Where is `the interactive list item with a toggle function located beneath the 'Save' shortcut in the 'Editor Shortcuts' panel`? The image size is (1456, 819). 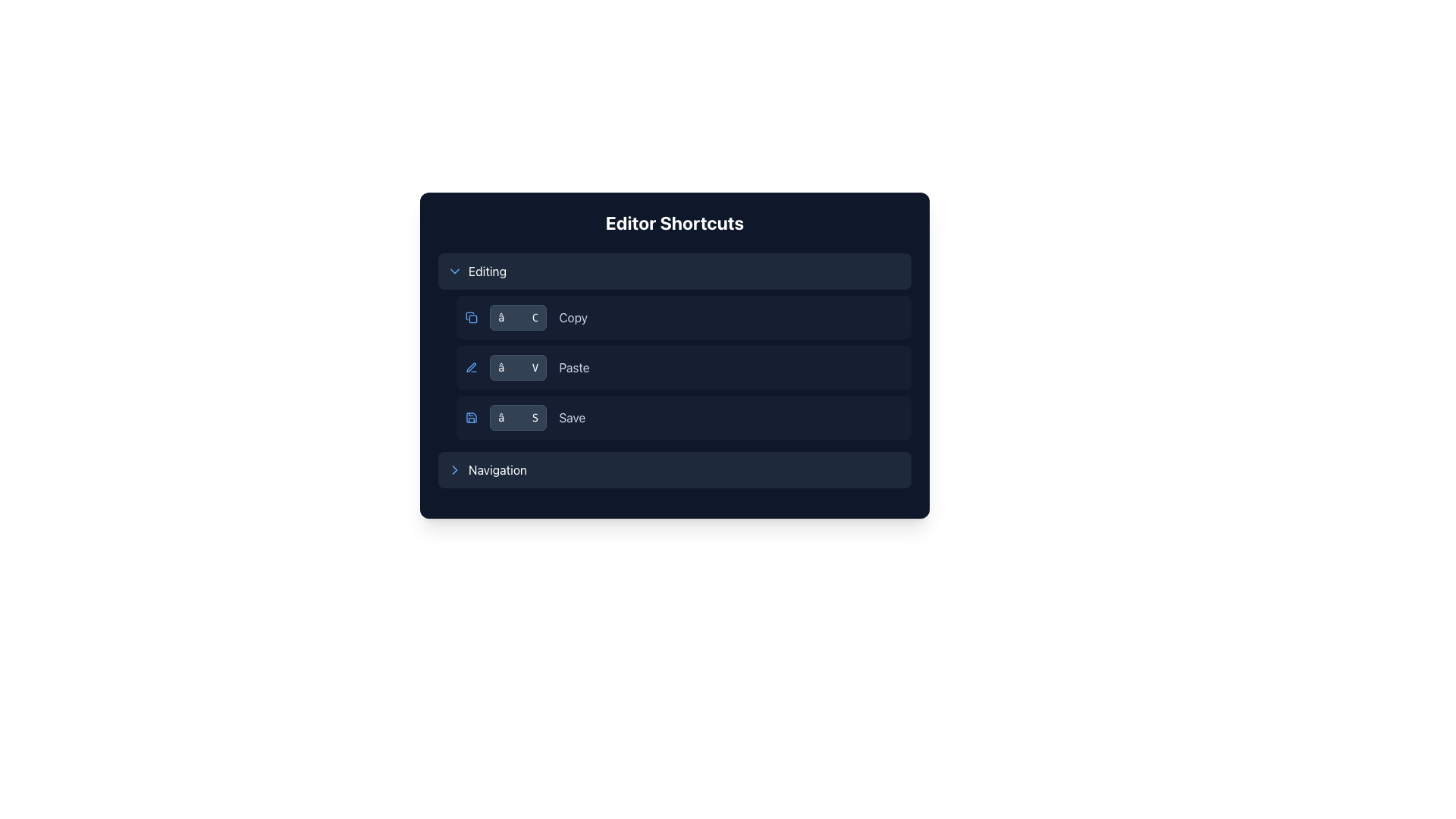
the interactive list item with a toggle function located beneath the 'Save' shortcut in the 'Editor Shortcuts' panel is located at coordinates (673, 469).